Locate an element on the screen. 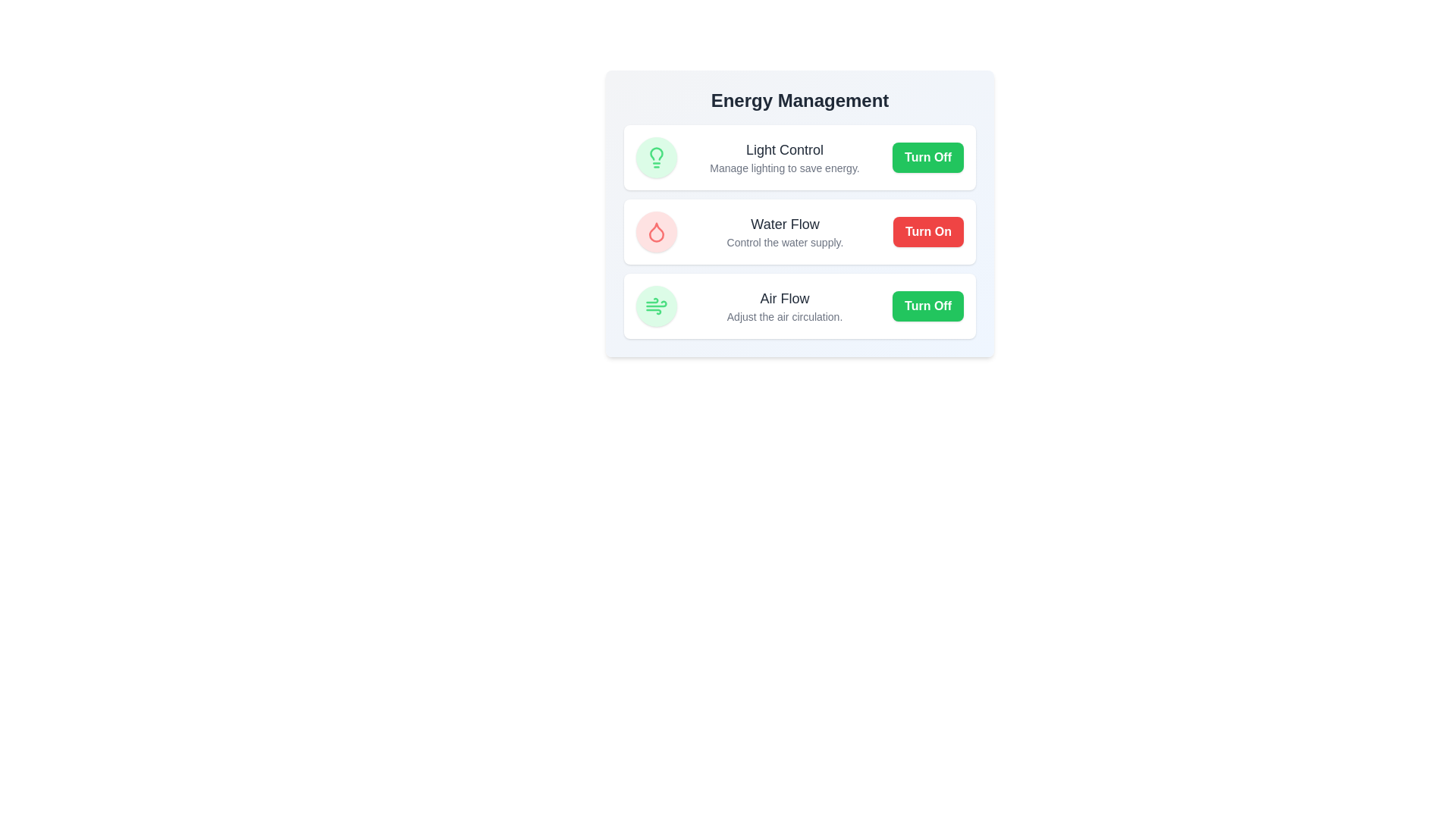  the 'Turn Off' button located in the bottom-right corner of the 'Air Flow' section in the 'Energy Management' interface is located at coordinates (927, 306).